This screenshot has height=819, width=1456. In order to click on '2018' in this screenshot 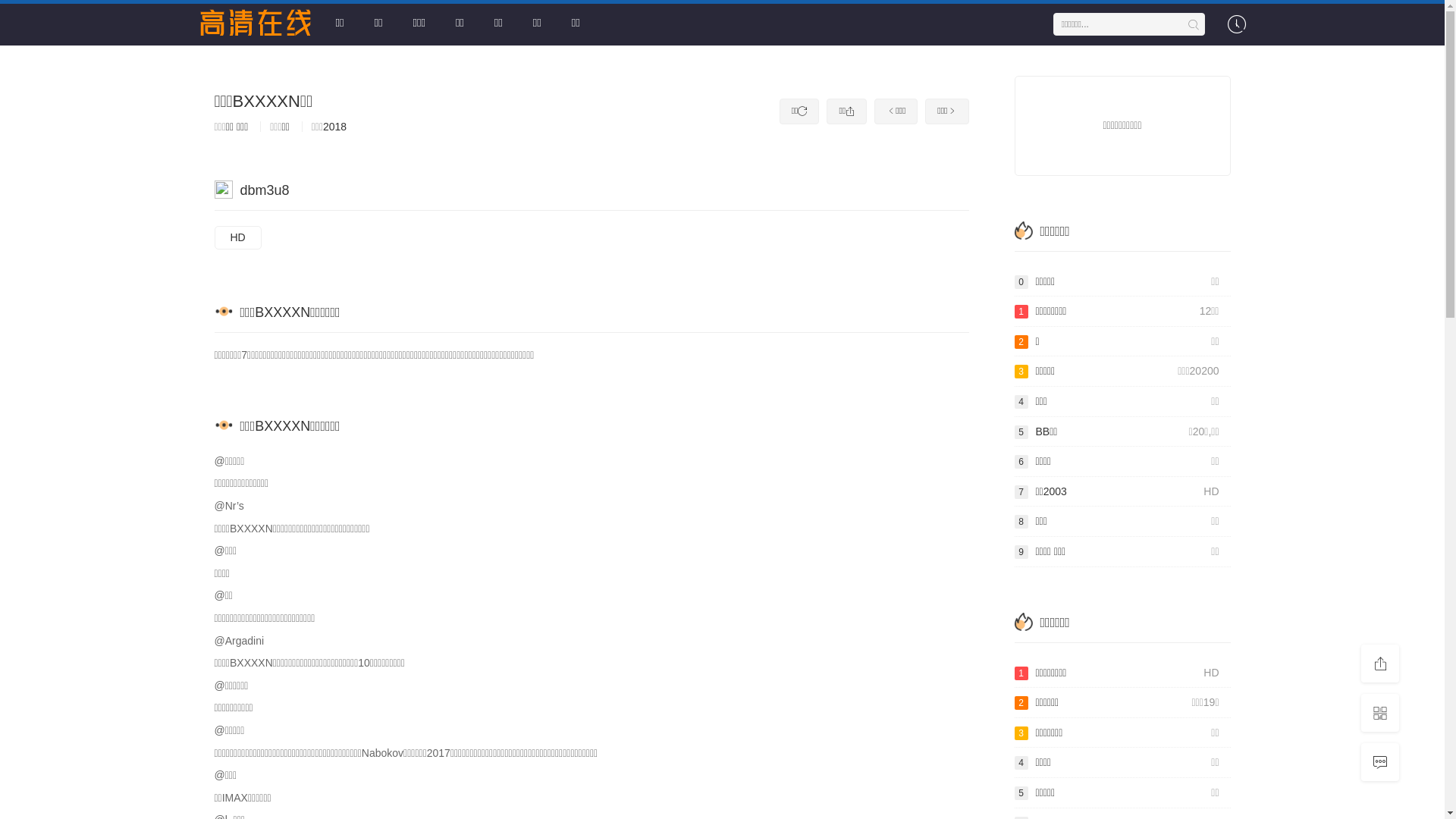, I will do `click(334, 125)`.